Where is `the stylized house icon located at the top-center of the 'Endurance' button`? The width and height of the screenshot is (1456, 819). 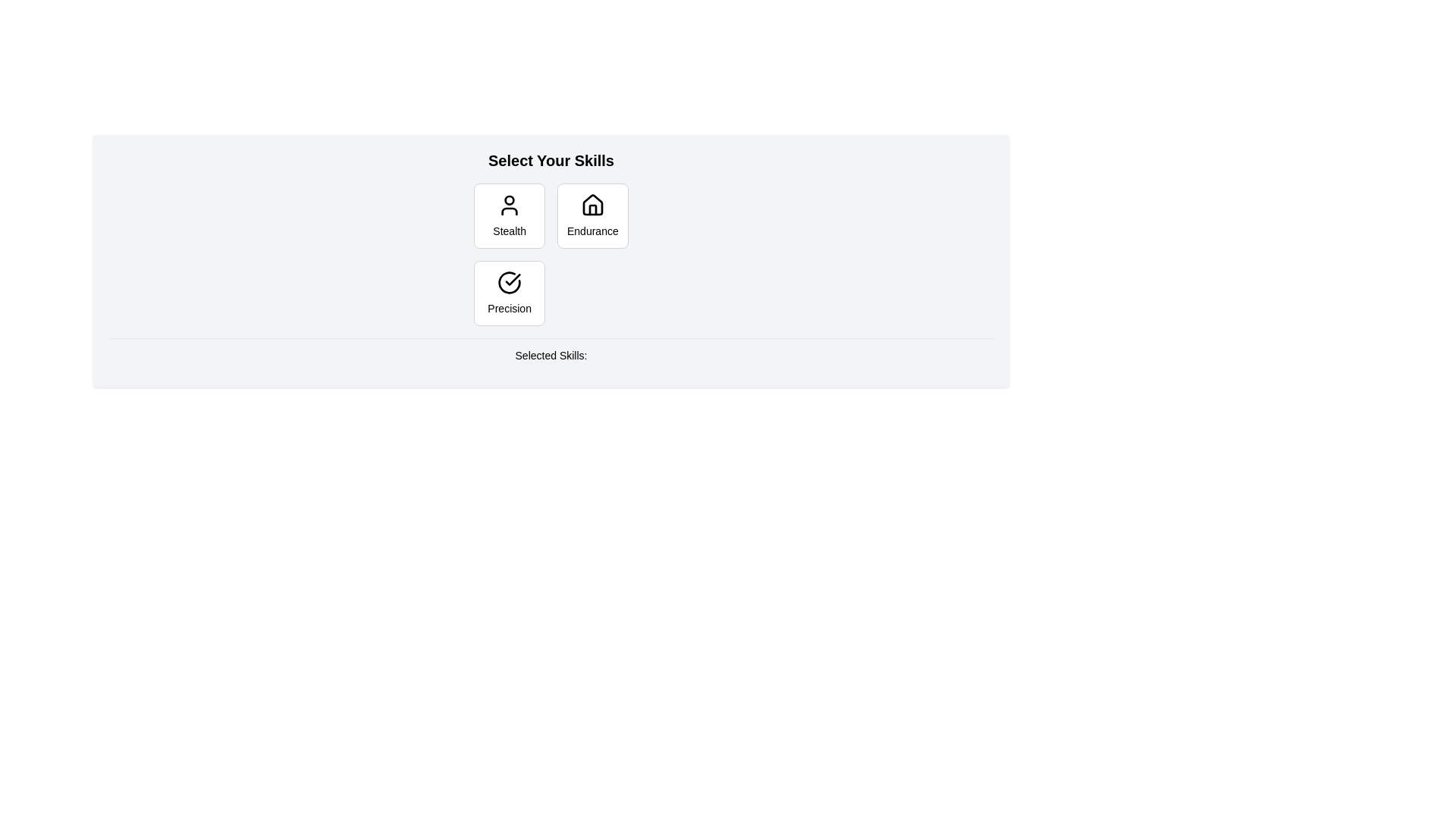
the stylized house icon located at the top-center of the 'Endurance' button is located at coordinates (591, 205).